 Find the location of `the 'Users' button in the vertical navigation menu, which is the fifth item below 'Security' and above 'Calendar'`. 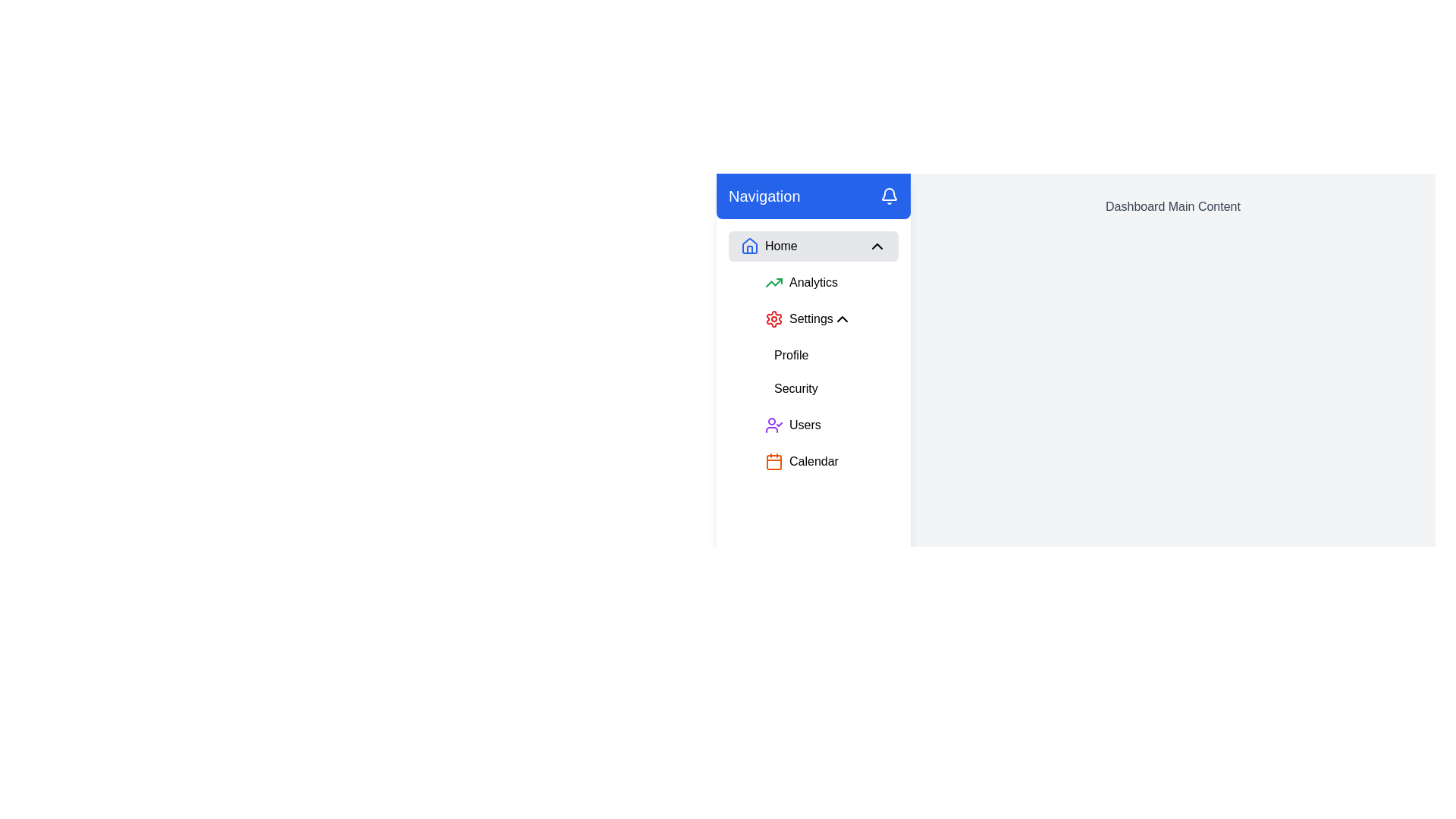

the 'Users' button in the vertical navigation menu, which is the fifth item below 'Security' and above 'Calendar' is located at coordinates (792, 425).